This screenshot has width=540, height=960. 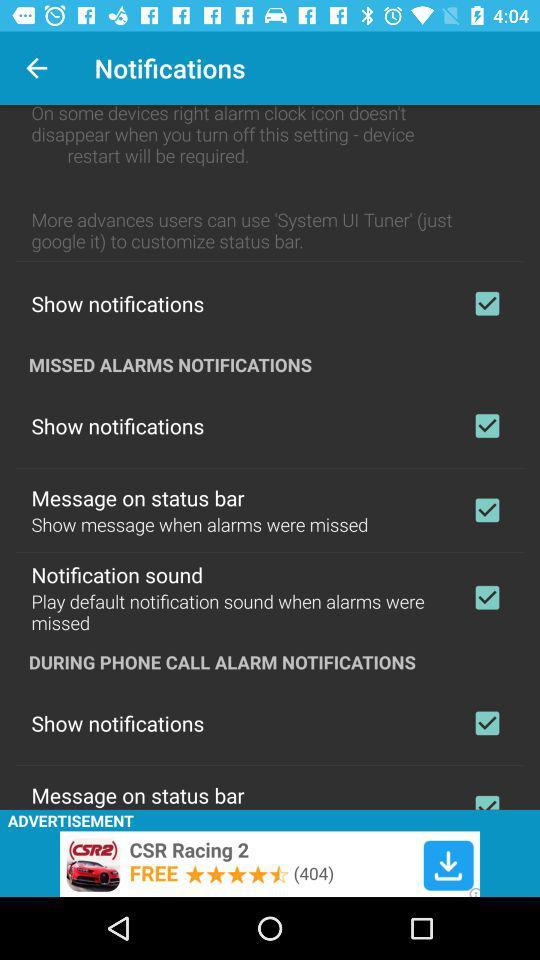 What do you see at coordinates (486, 509) in the screenshot?
I see `carroct botten` at bounding box center [486, 509].